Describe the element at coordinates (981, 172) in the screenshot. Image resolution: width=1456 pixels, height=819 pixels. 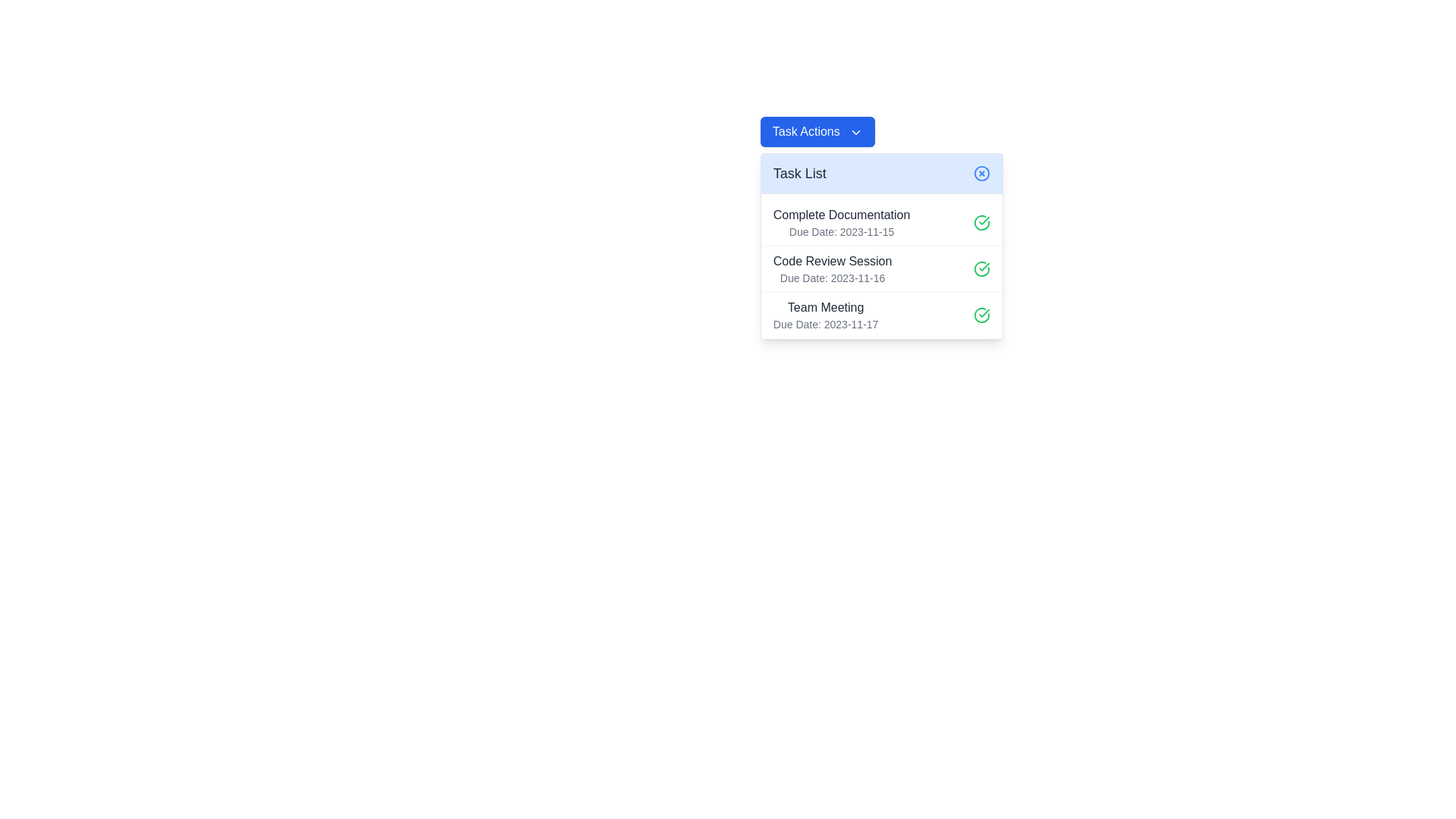
I see `the small circular blue button with an 'X' mark inside, located to the right of the 'Task List' header` at that location.